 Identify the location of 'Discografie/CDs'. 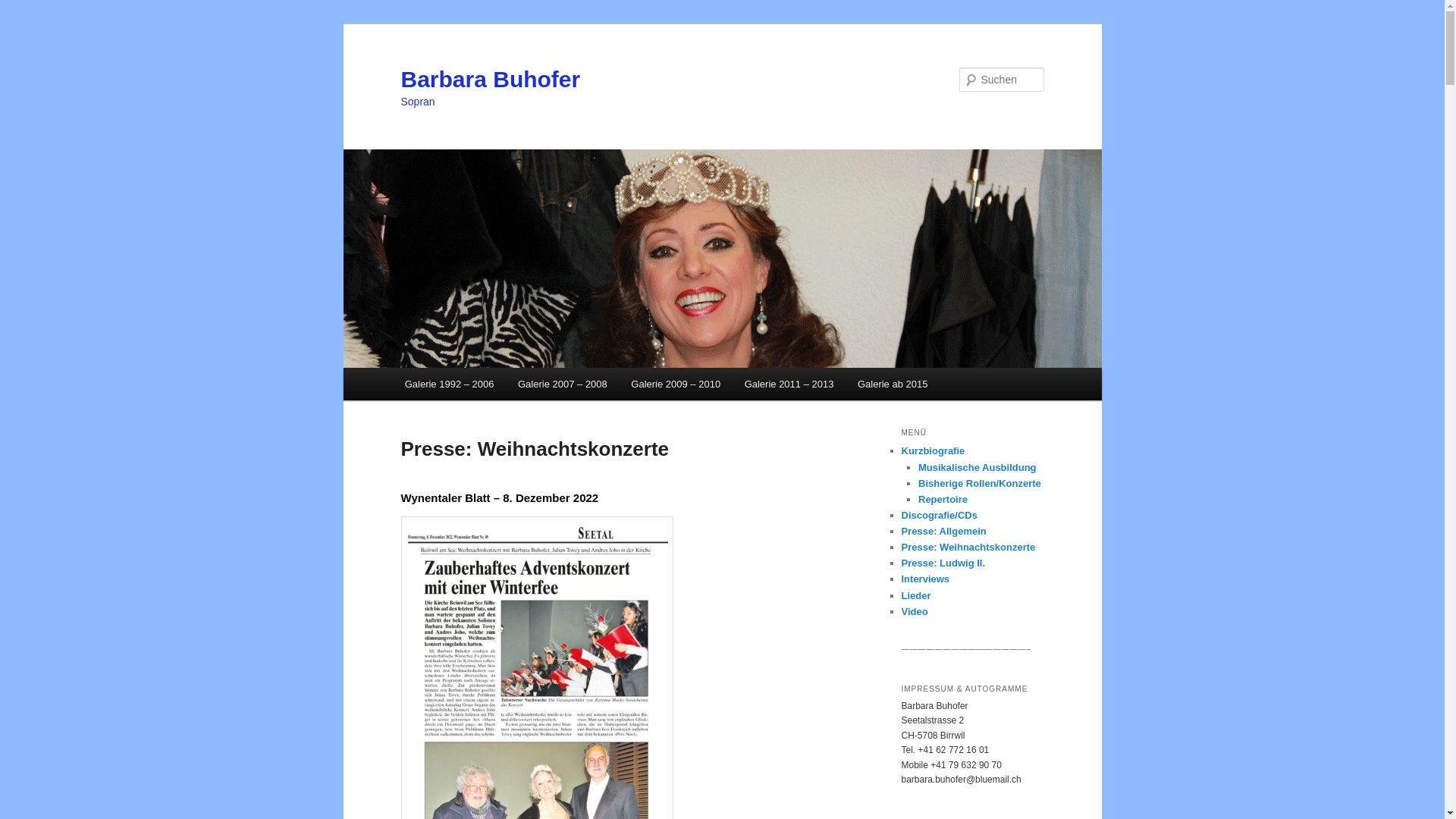
(938, 514).